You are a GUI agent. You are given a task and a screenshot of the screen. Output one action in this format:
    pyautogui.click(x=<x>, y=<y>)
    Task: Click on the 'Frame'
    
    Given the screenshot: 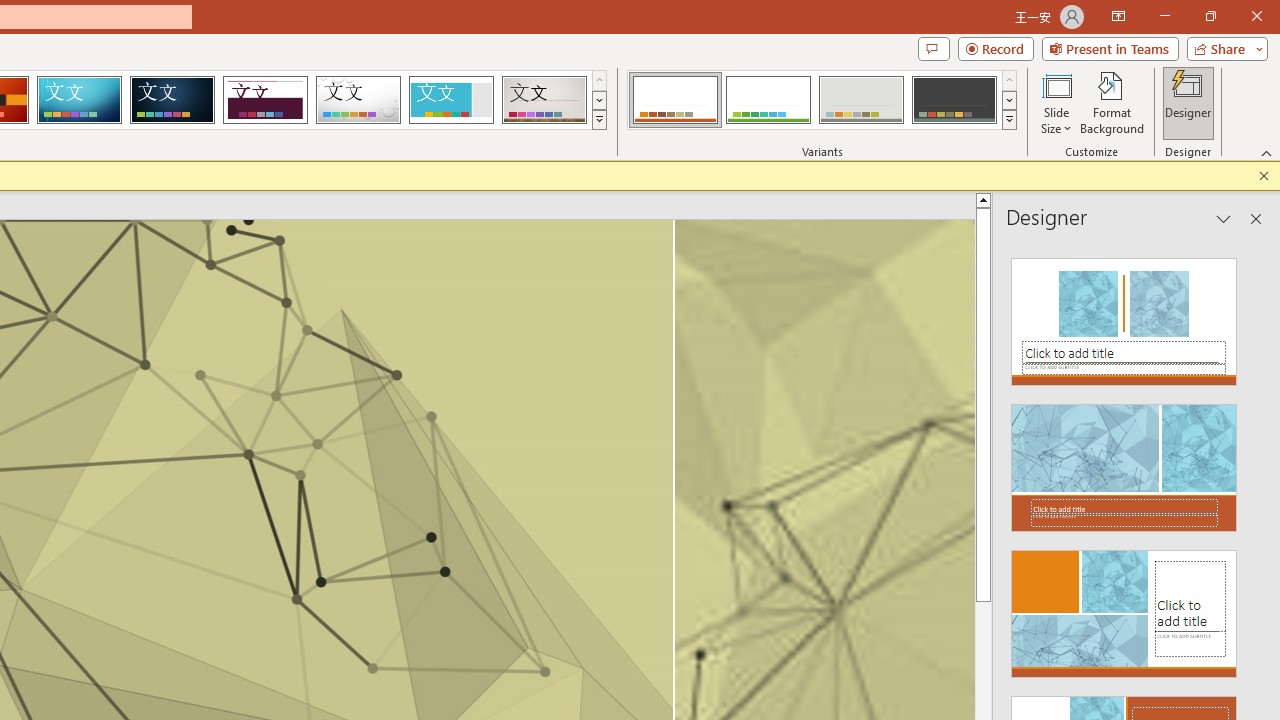 What is the action you would take?
    pyautogui.click(x=450, y=100)
    